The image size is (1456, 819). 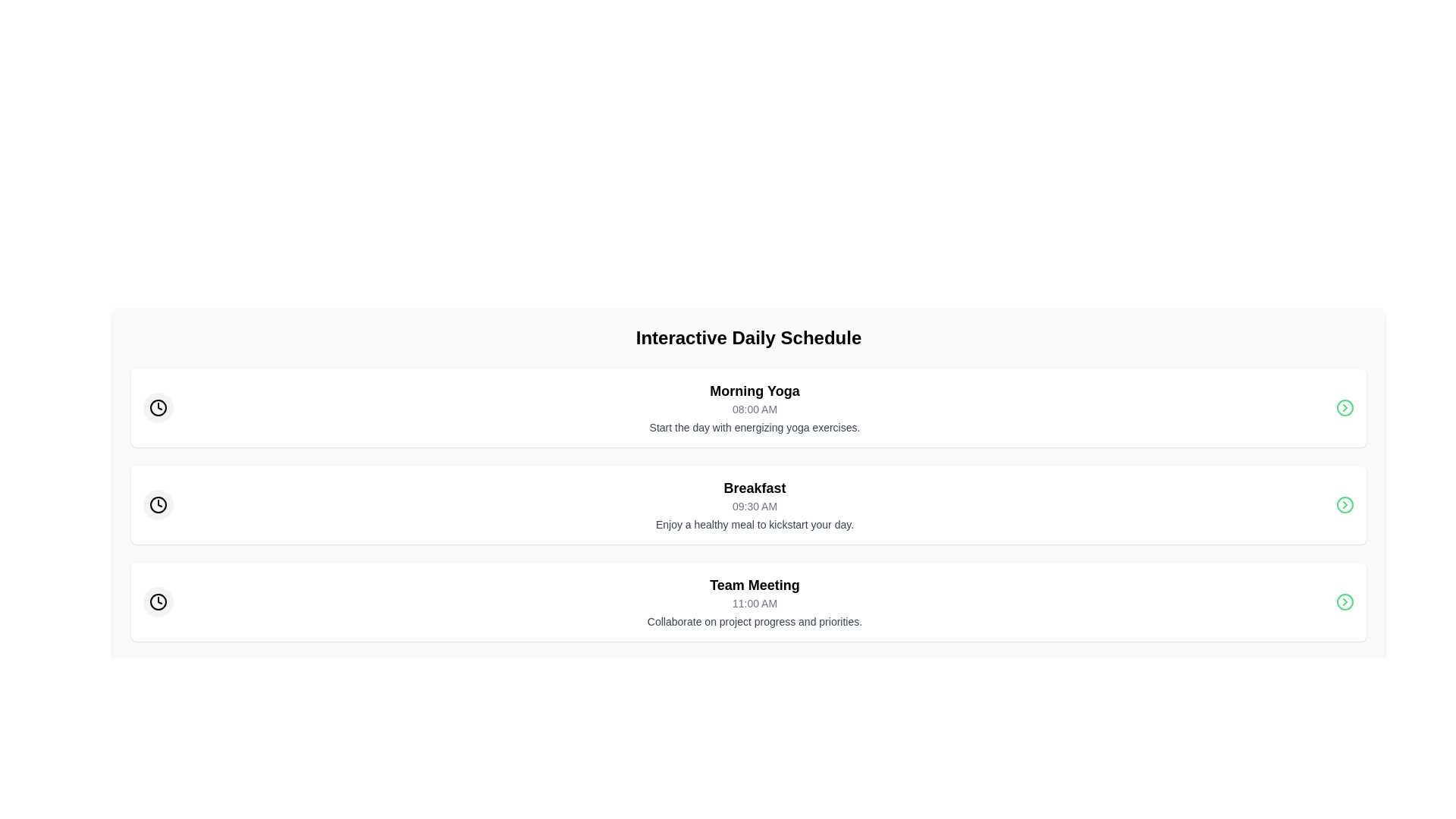 What do you see at coordinates (158, 505) in the screenshot?
I see `the clock icon located next to the 'Breakfast' item in the schedule` at bounding box center [158, 505].